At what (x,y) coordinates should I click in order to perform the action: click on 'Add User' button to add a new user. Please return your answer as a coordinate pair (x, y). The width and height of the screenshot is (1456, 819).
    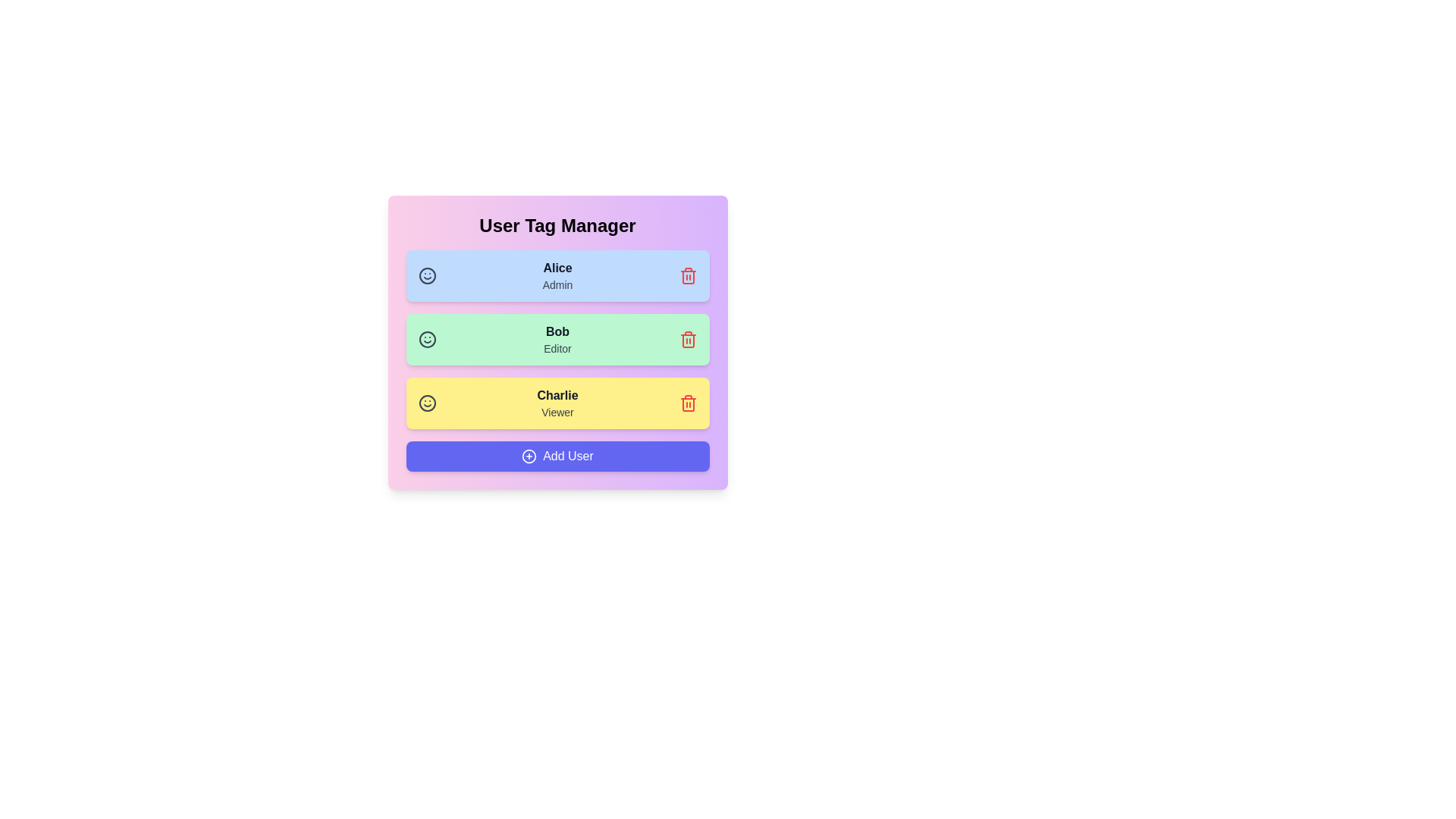
    Looking at the image, I should click on (557, 455).